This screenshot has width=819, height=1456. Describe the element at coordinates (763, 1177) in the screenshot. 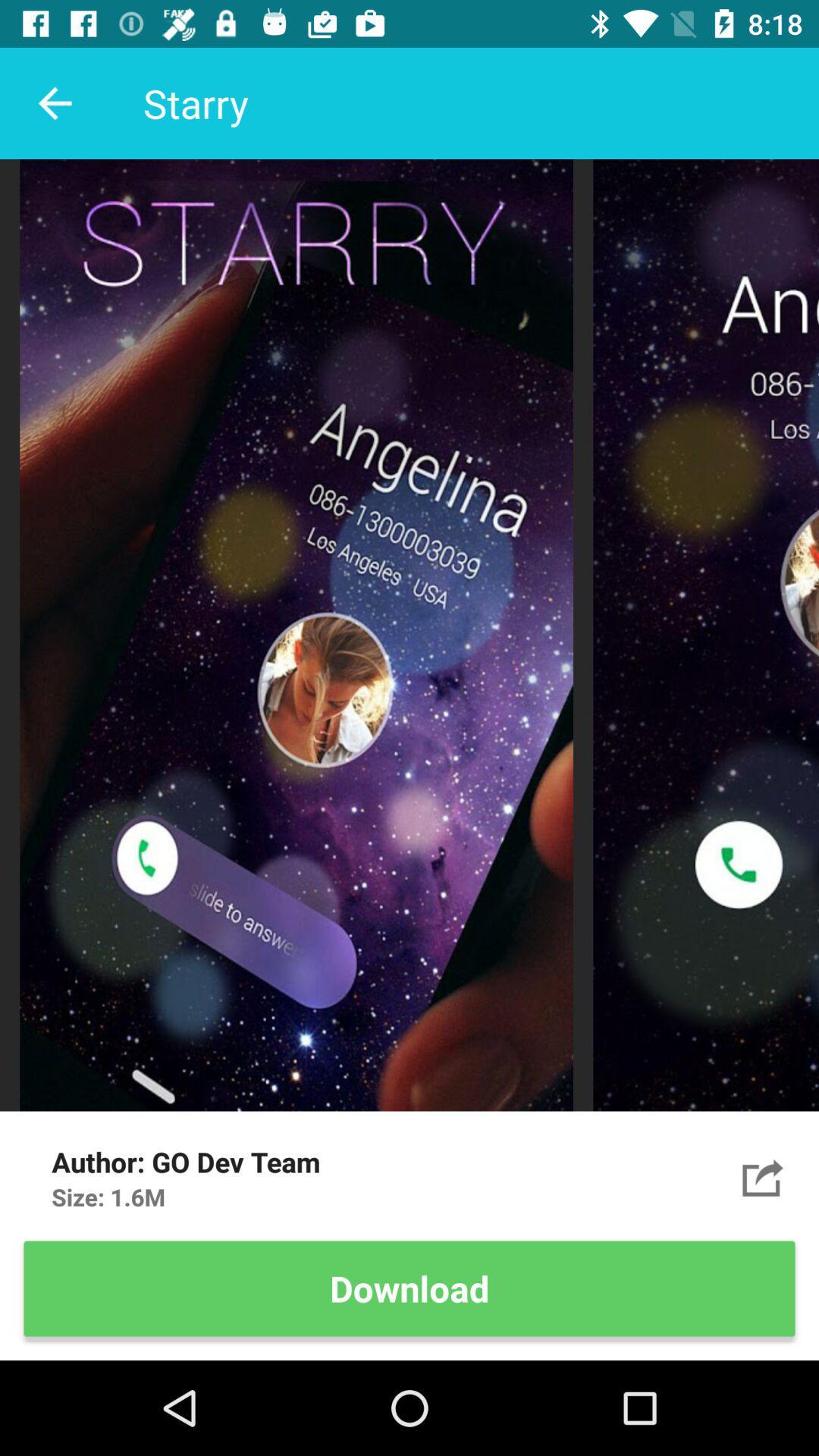

I see `the launch icon` at that location.